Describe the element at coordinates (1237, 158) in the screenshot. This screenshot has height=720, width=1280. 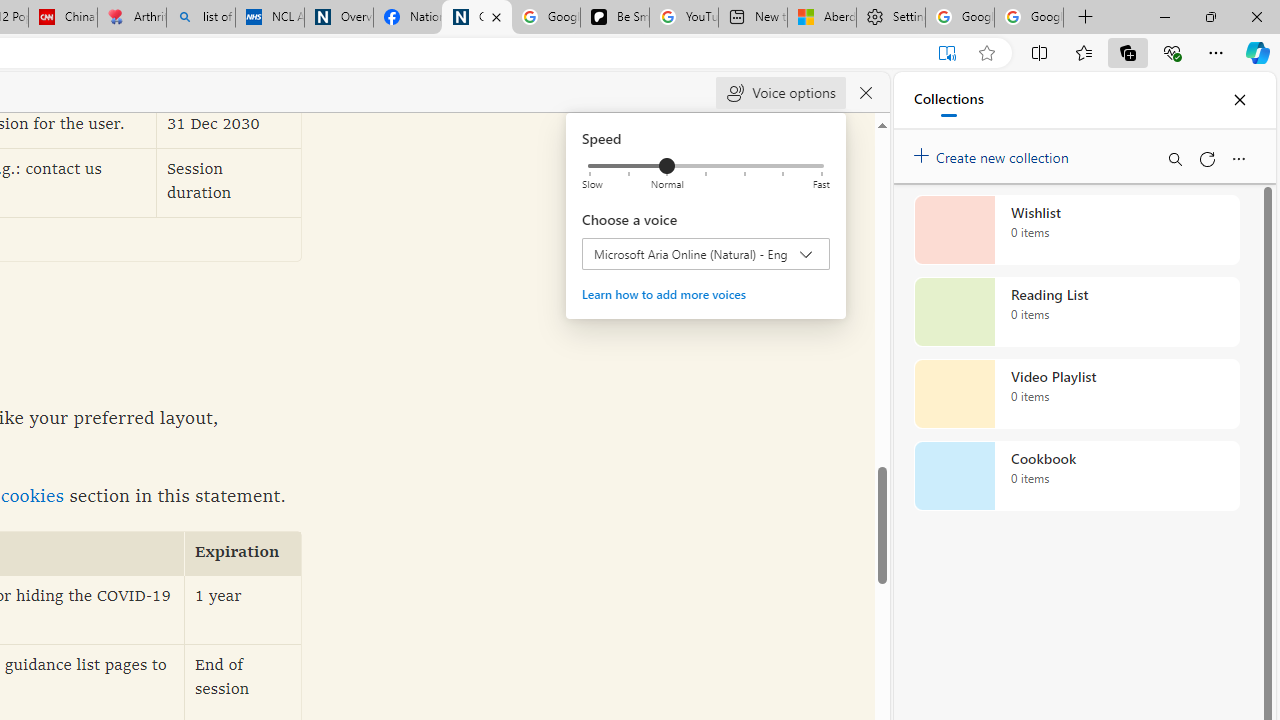
I see `'More options menu'` at that location.